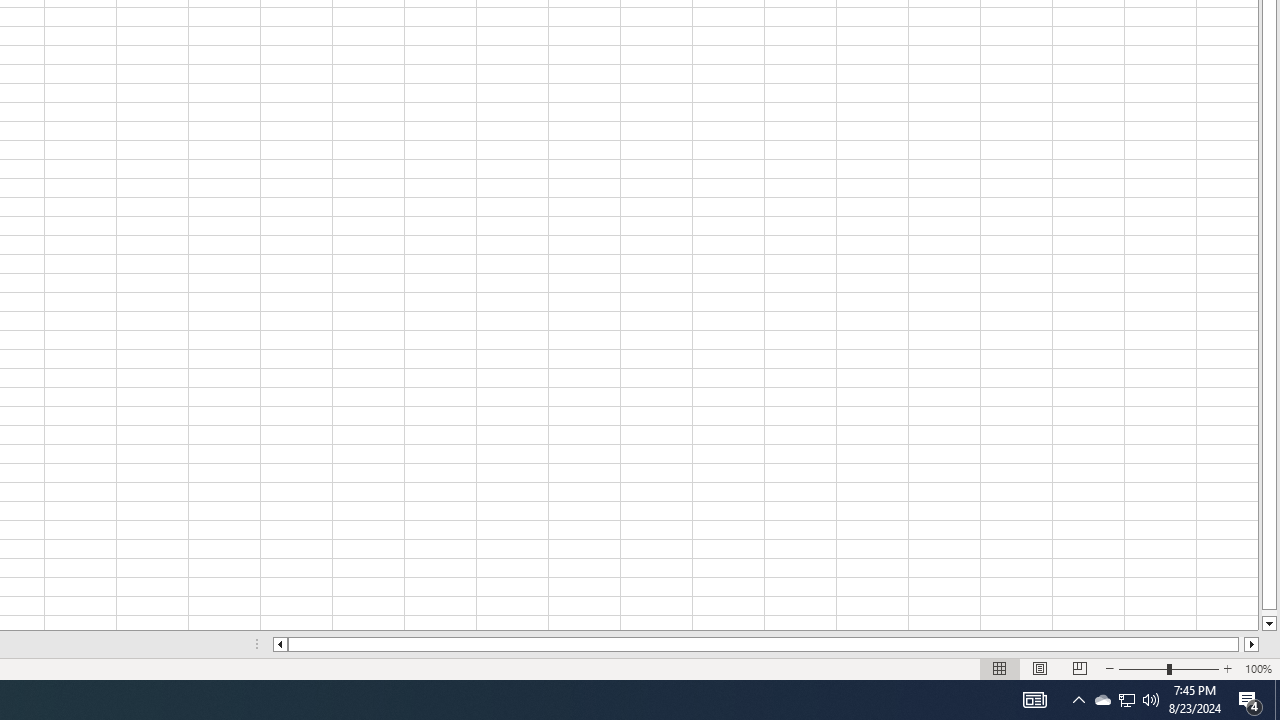 Image resolution: width=1280 pixels, height=720 pixels. What do you see at coordinates (1143, 669) in the screenshot?
I see `'Zoom Out'` at bounding box center [1143, 669].